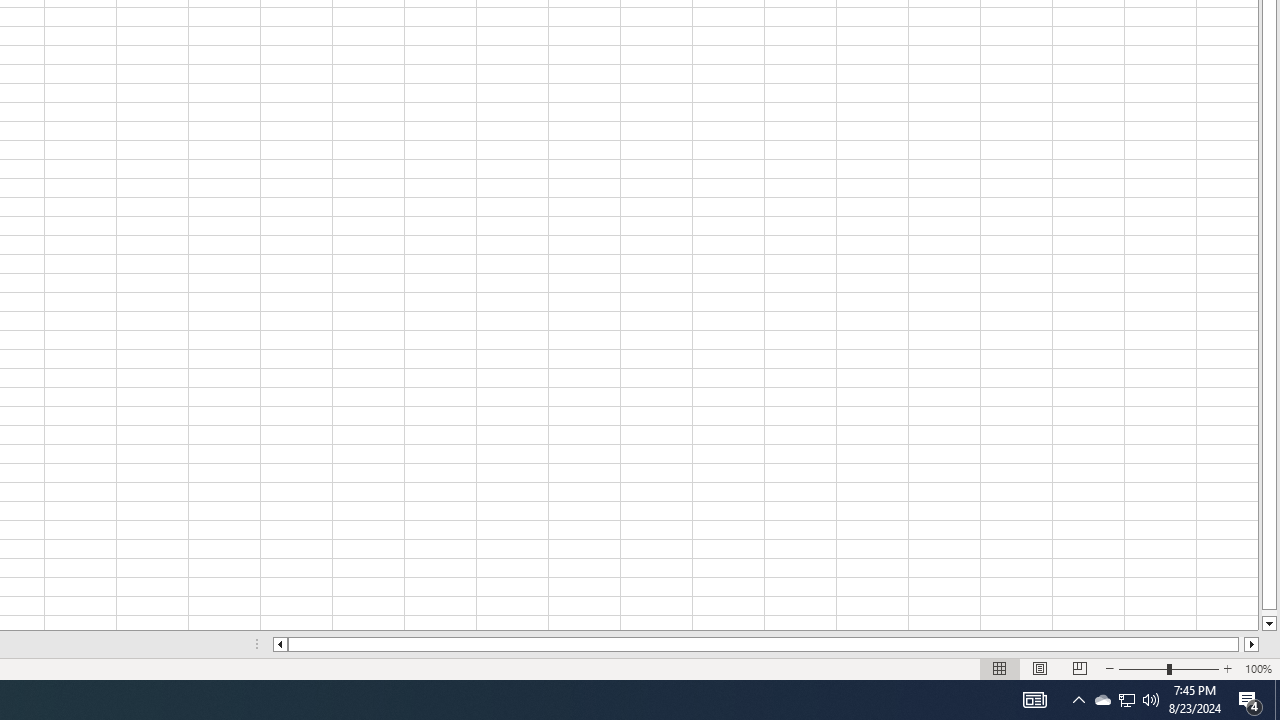 Image resolution: width=1280 pixels, height=720 pixels. What do you see at coordinates (1143, 669) in the screenshot?
I see `'Zoom Out'` at bounding box center [1143, 669].